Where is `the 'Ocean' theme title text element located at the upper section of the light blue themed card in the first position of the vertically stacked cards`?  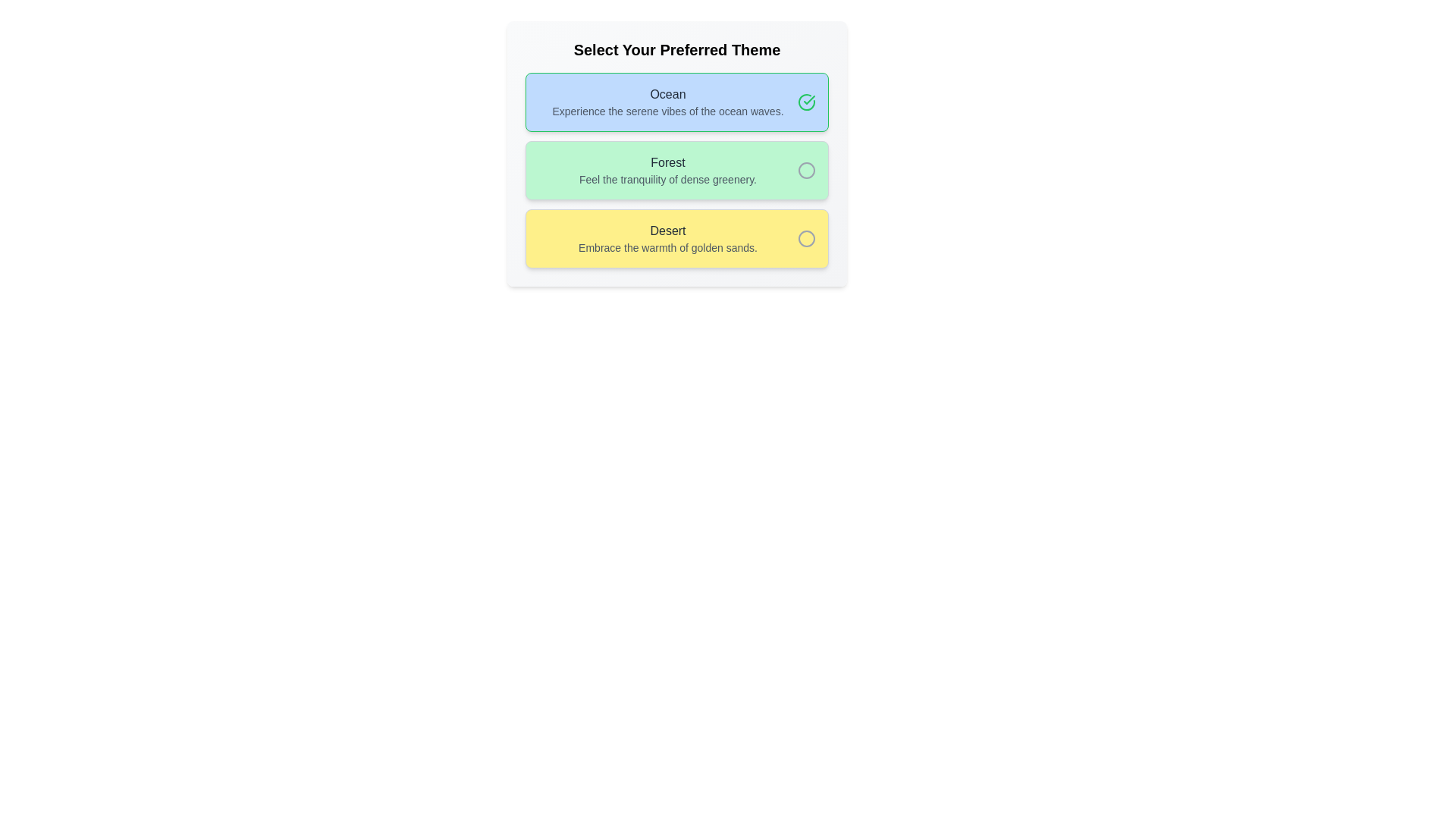 the 'Ocean' theme title text element located at the upper section of the light blue themed card in the first position of the vertically stacked cards is located at coordinates (667, 94).